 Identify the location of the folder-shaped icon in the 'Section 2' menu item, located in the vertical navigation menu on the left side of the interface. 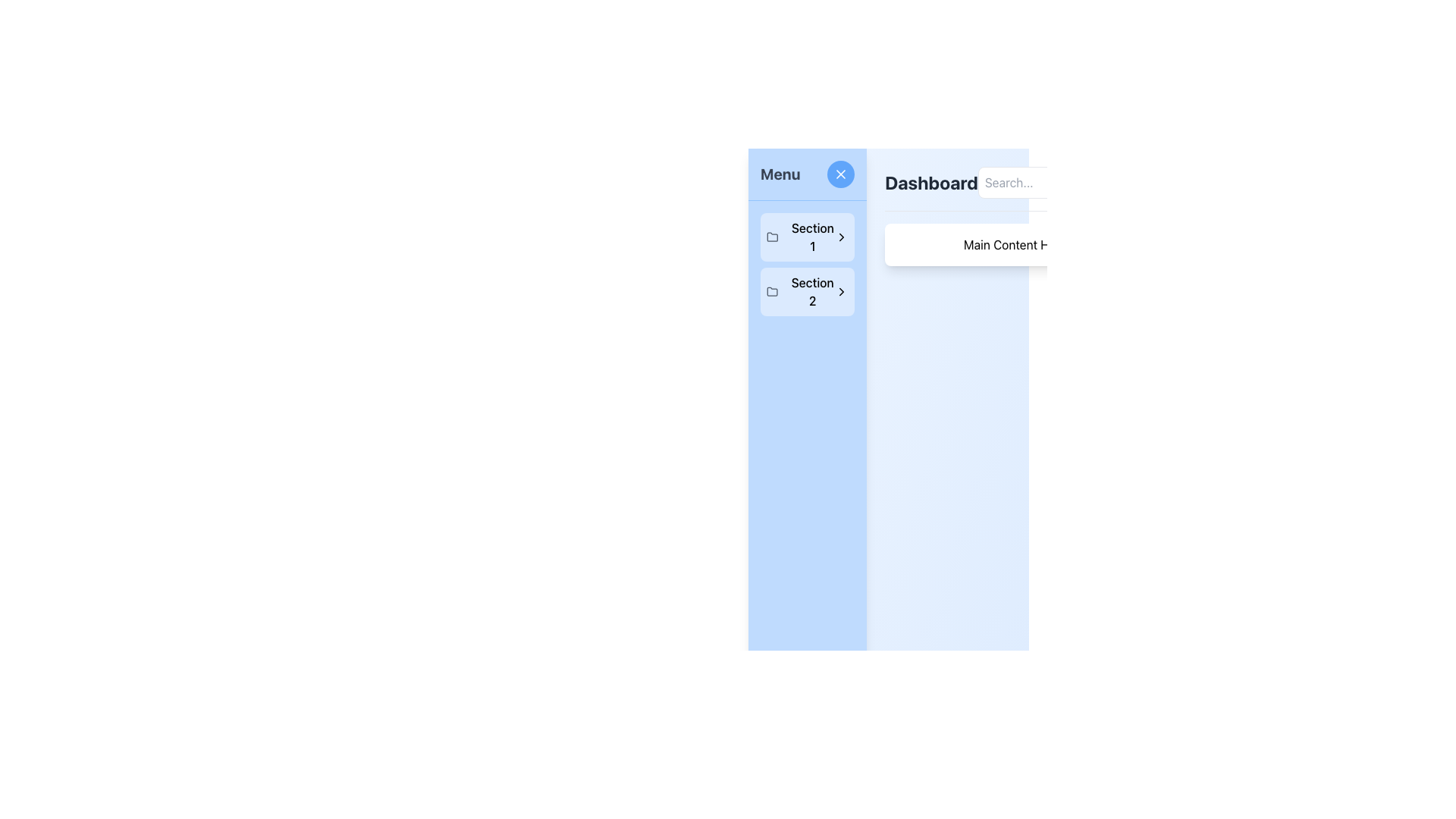
(772, 292).